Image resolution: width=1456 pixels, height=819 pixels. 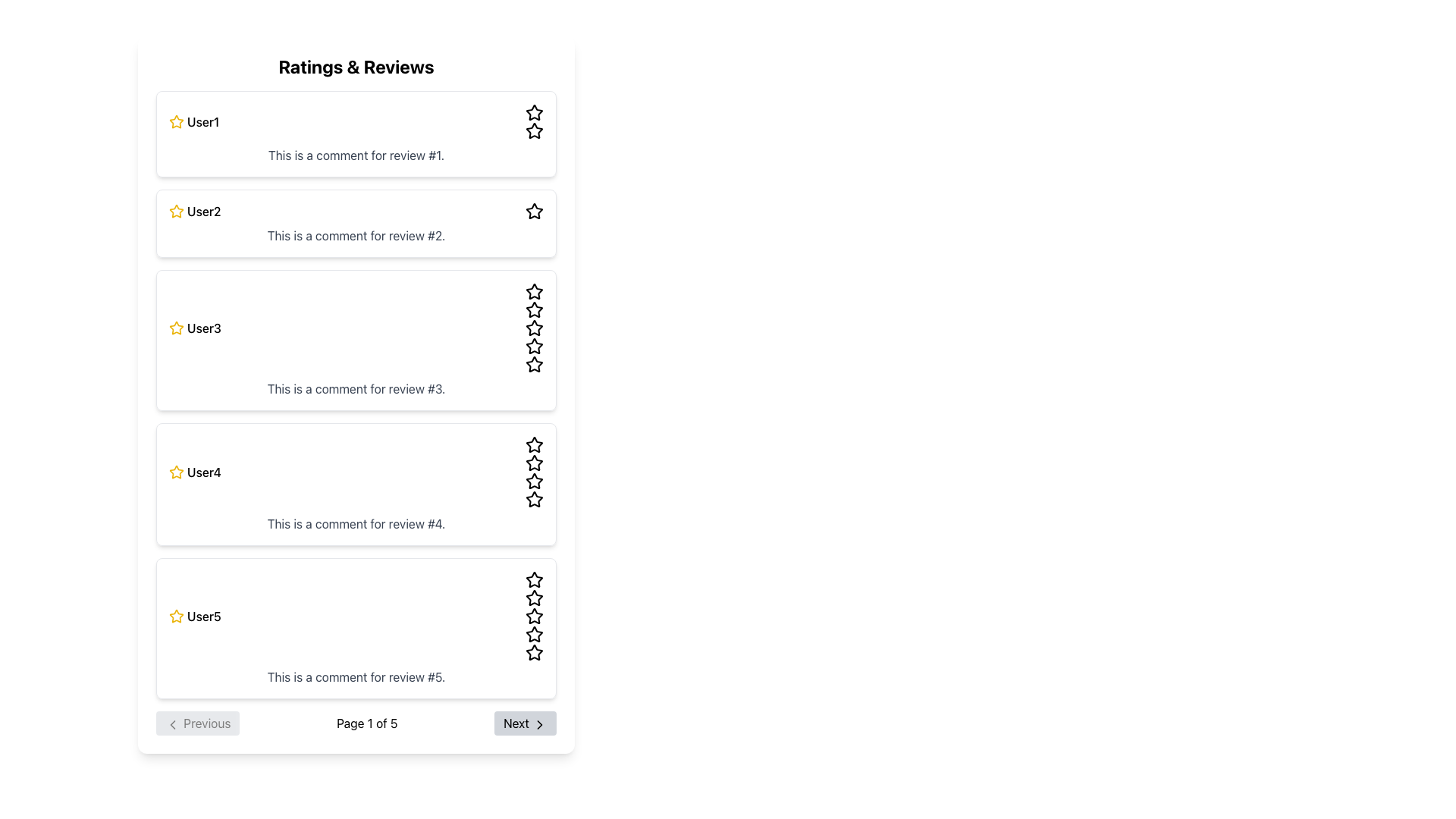 I want to click on the fourth star, so click(x=535, y=462).